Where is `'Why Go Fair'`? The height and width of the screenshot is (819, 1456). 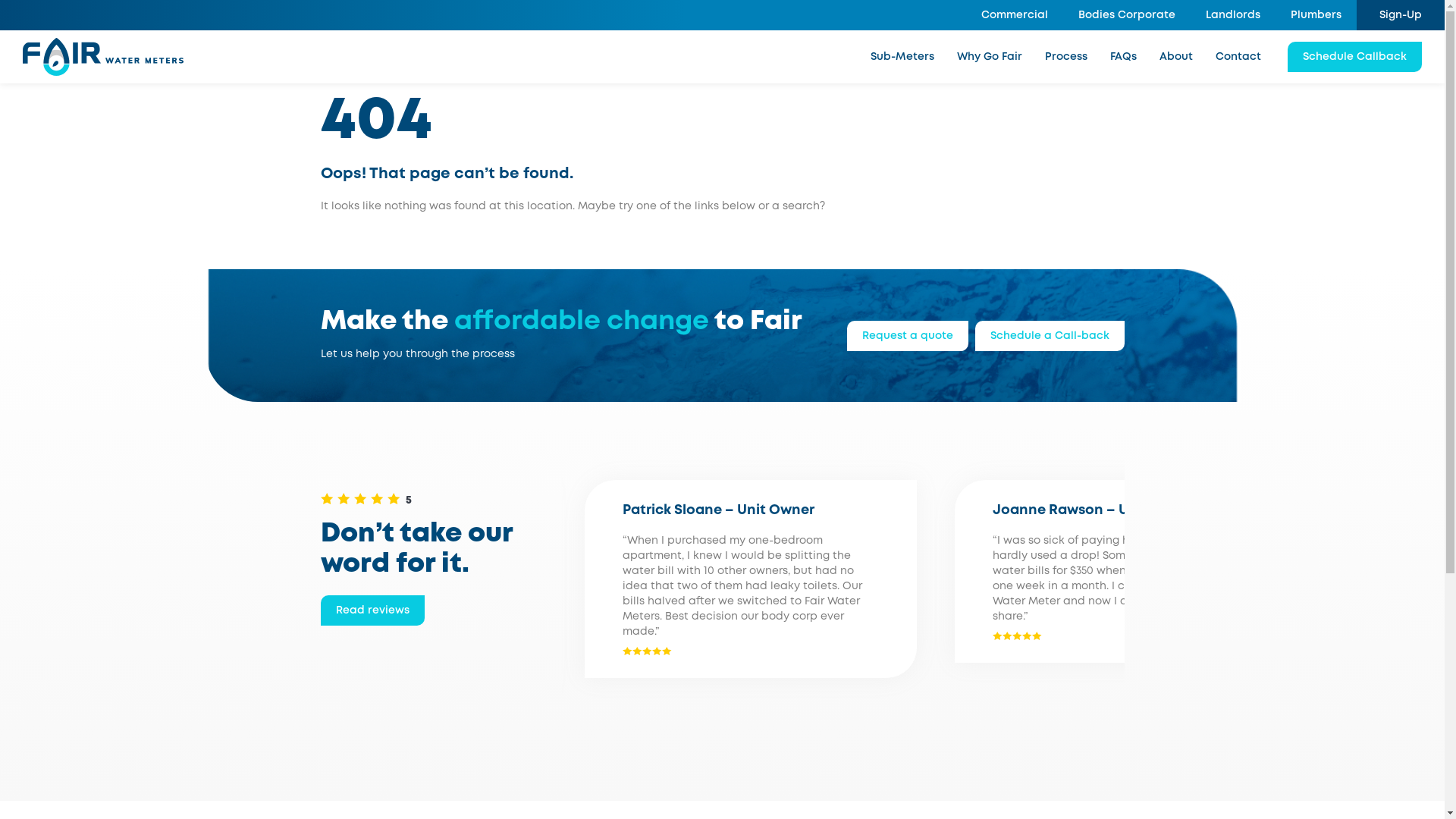 'Why Go Fair' is located at coordinates (990, 55).